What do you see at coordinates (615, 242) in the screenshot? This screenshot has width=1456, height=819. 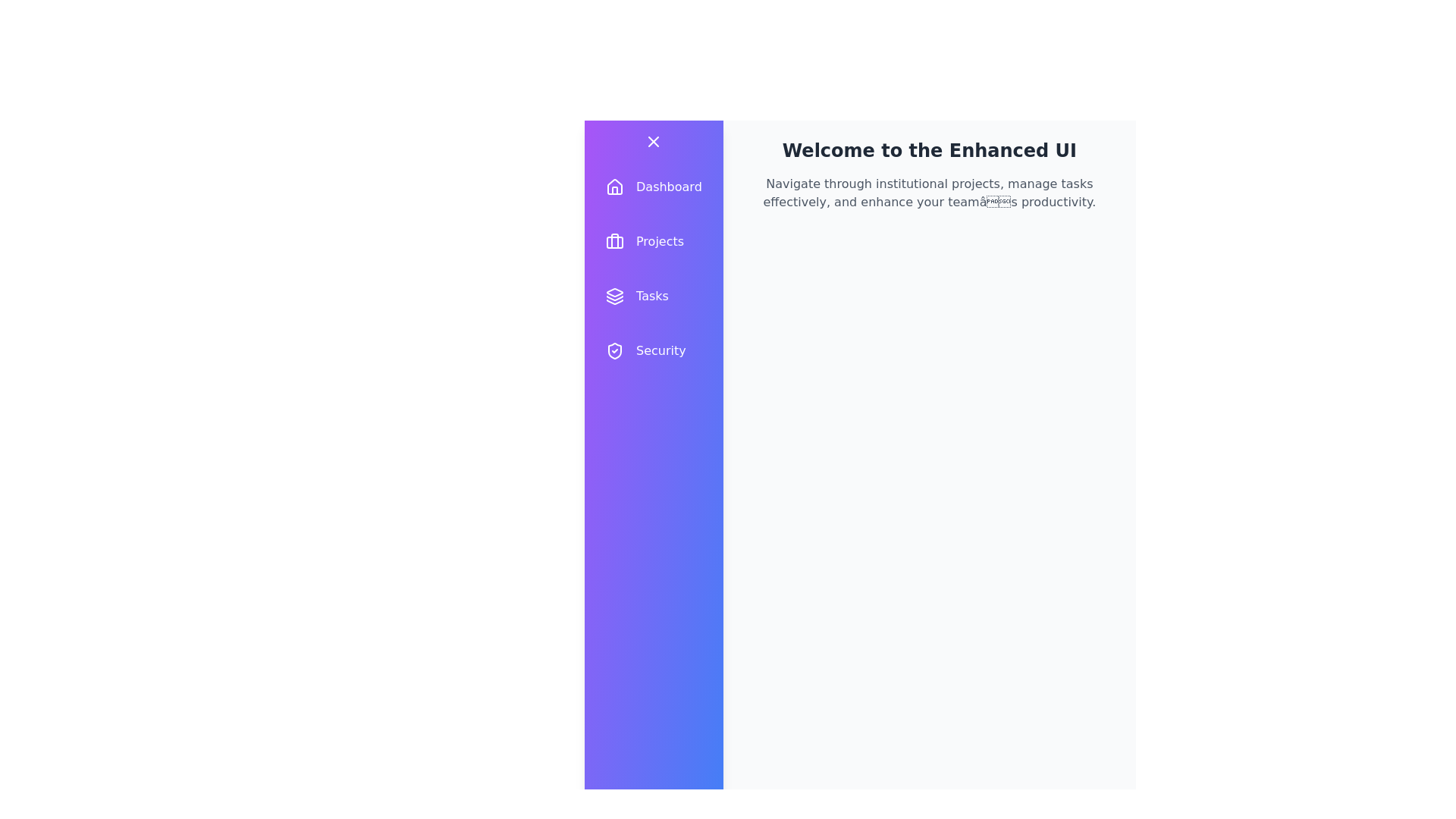 I see `the rectangular decoration within the 'Projects' icon in the navigation bar` at bounding box center [615, 242].